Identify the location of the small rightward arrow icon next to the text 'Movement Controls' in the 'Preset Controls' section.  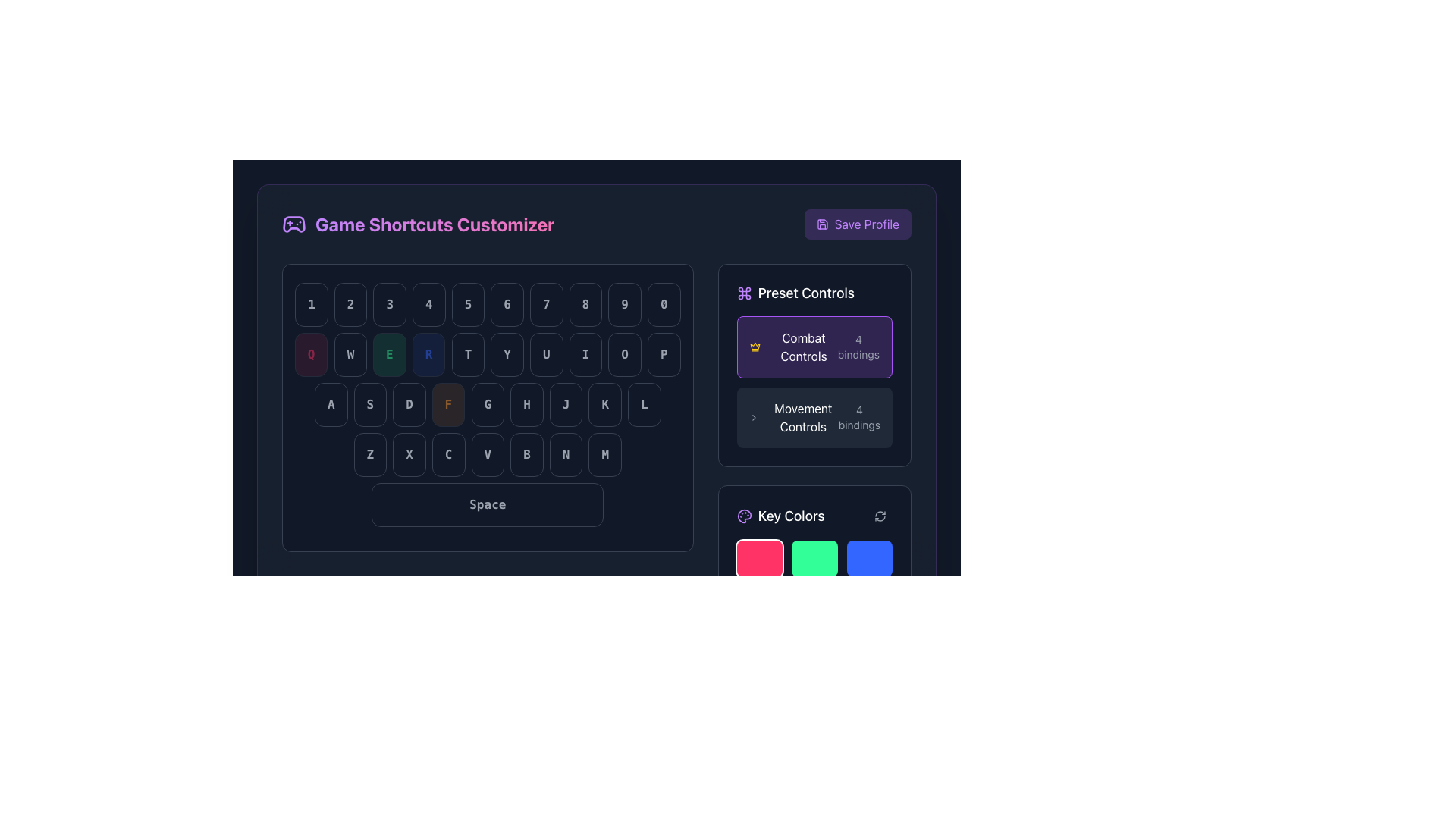
(754, 418).